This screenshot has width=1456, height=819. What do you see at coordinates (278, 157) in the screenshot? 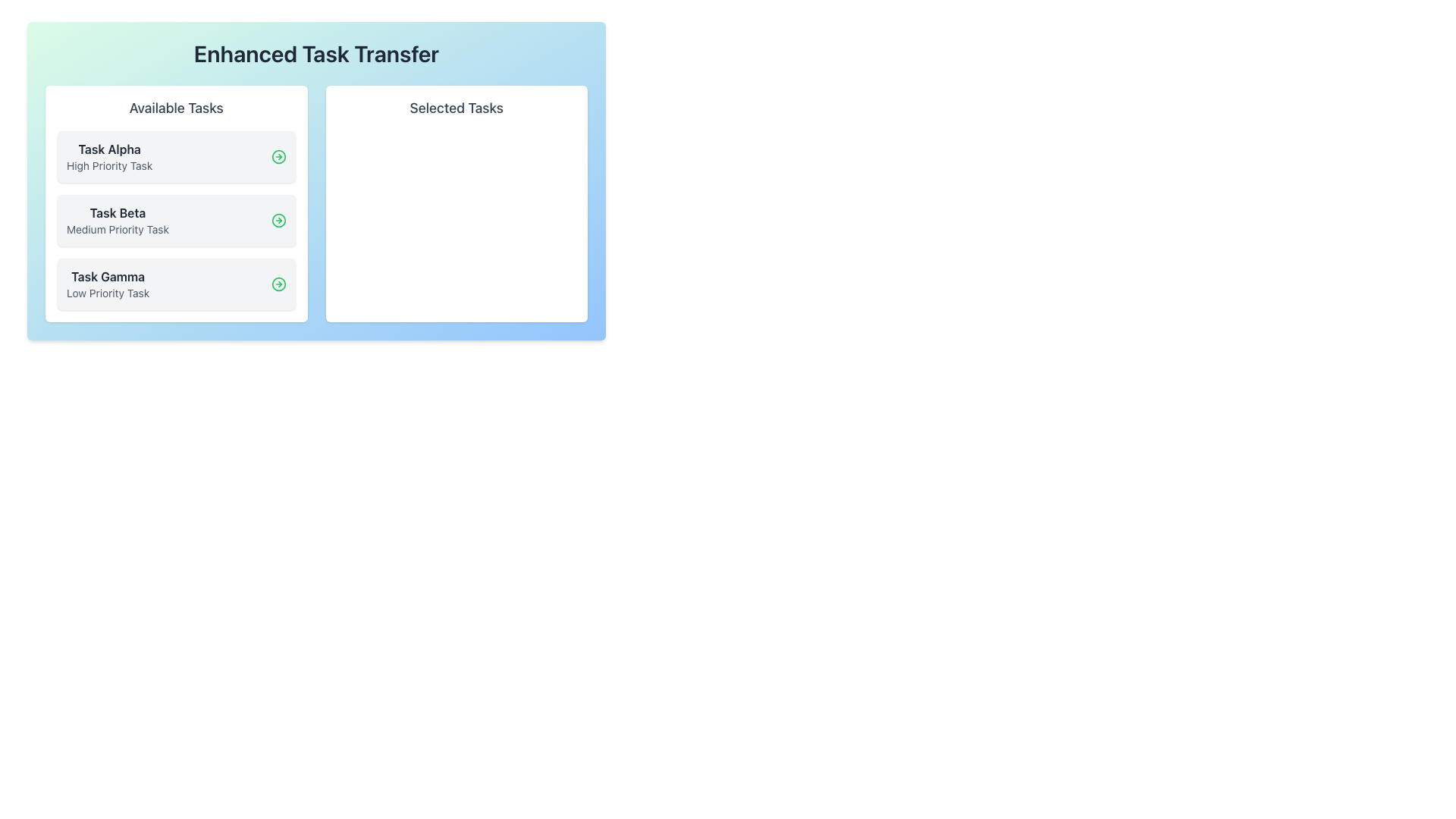
I see `the circular green outlined button with an arrow symbol associated with 'Task Alpha'` at bounding box center [278, 157].